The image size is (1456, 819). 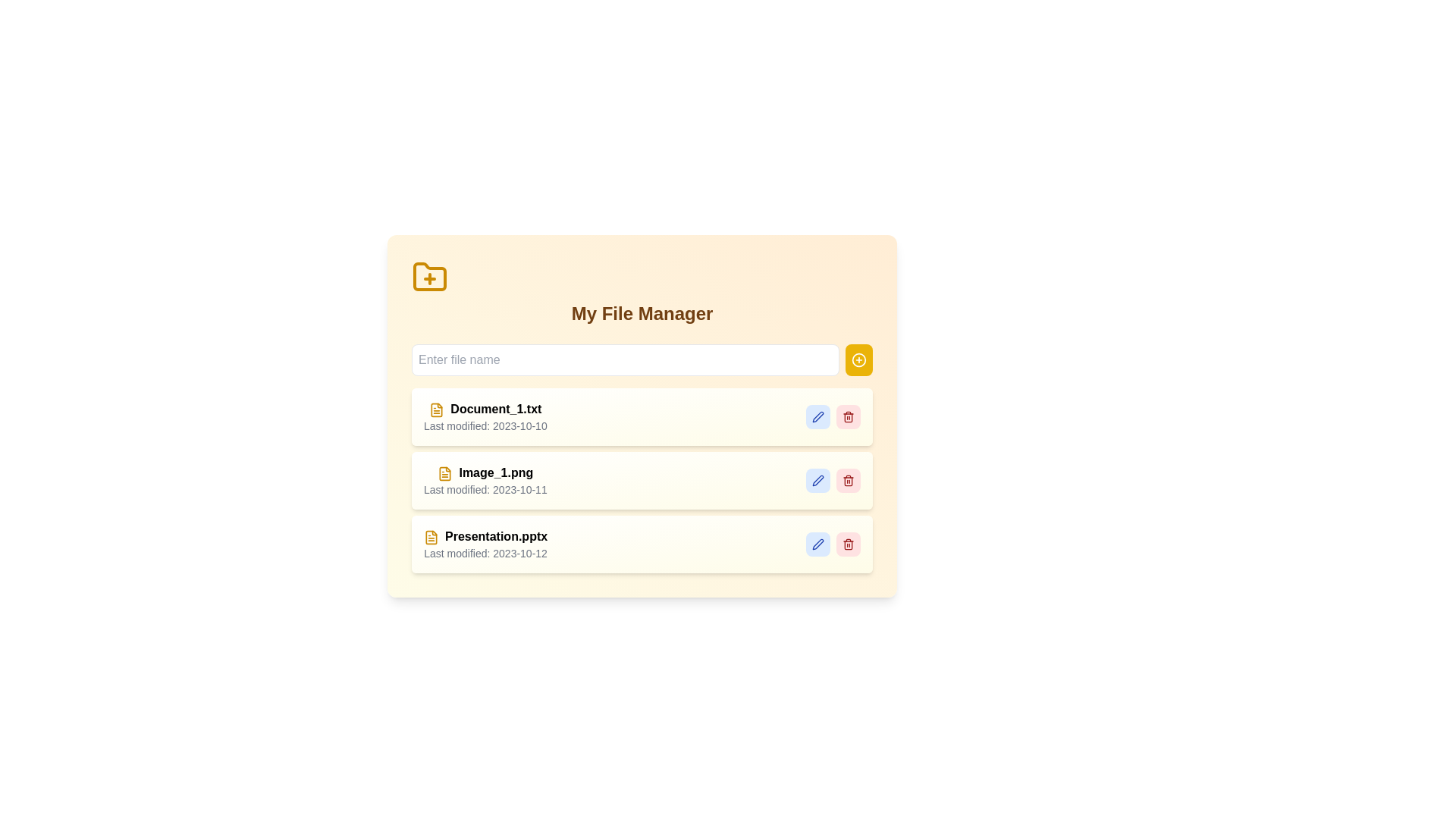 What do you see at coordinates (817, 480) in the screenshot?
I see `the edit button icon shaped like a pen with a blue background, located adjacent to the 'Image_1.png' list item` at bounding box center [817, 480].